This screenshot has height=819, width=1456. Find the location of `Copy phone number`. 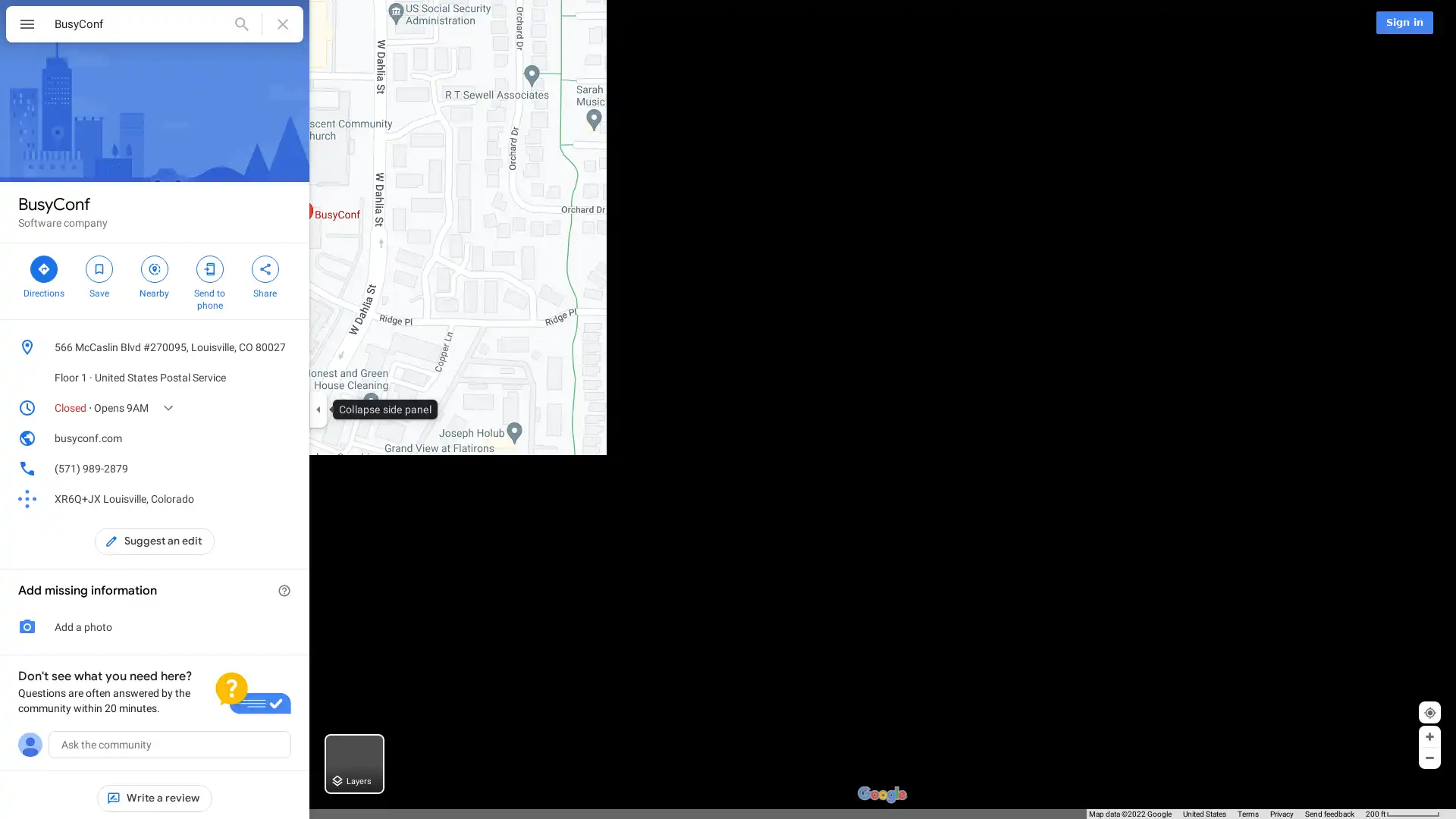

Copy phone number is located at coordinates (261, 467).